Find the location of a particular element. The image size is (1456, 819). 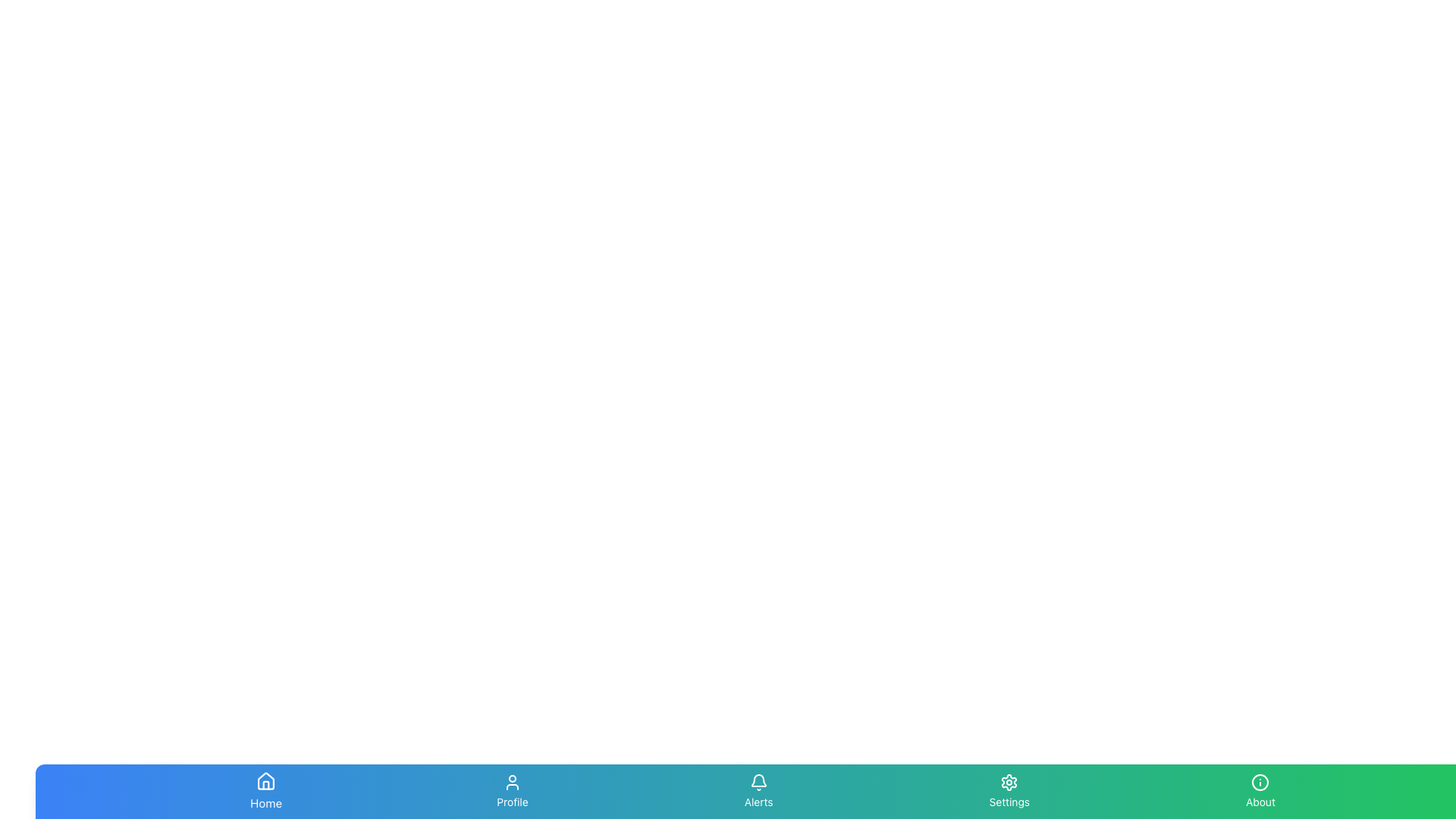

the 'Home' button located at the bottom navigation bar is located at coordinates (266, 791).